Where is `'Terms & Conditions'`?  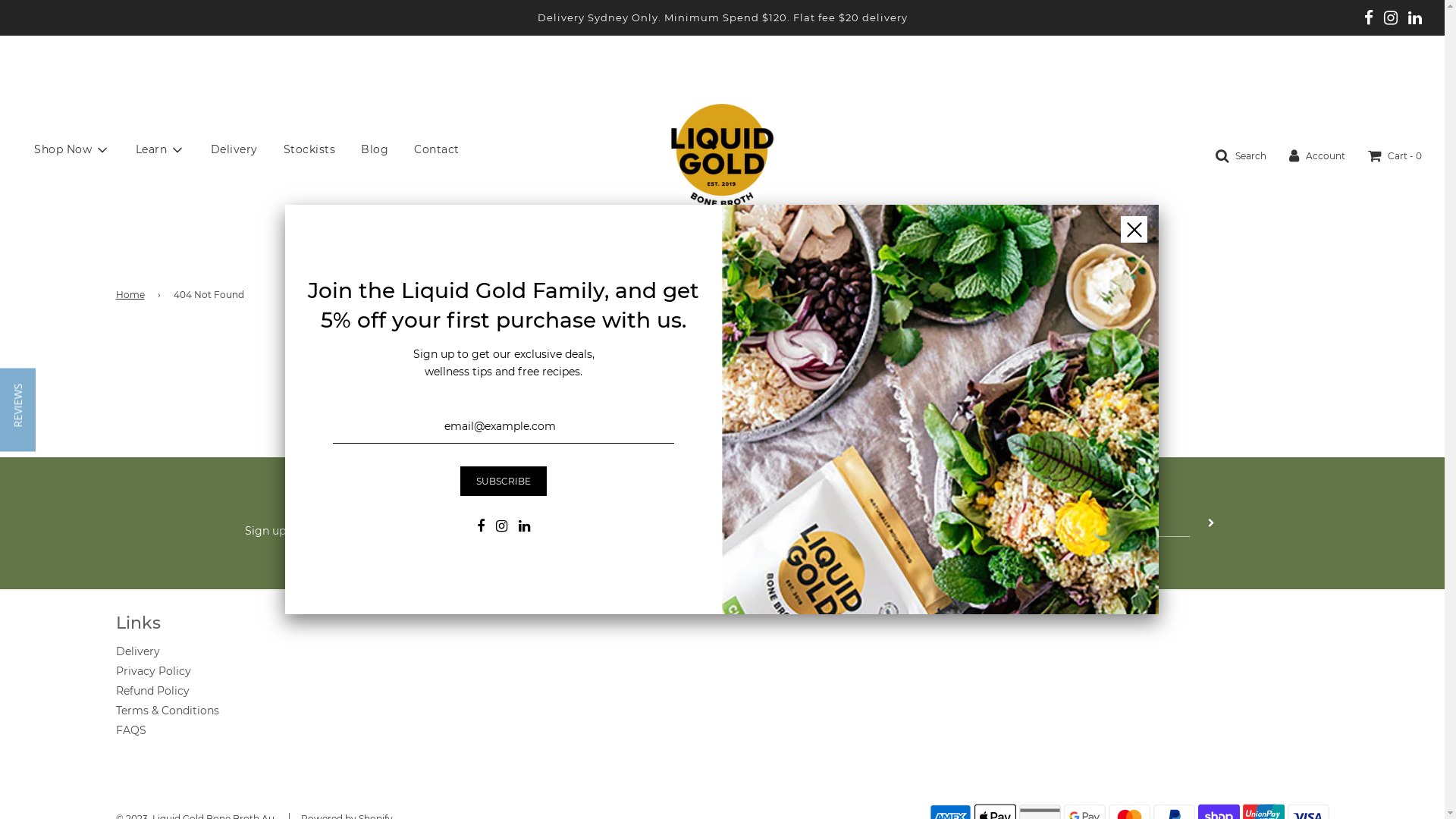 'Terms & Conditions' is located at coordinates (115, 711).